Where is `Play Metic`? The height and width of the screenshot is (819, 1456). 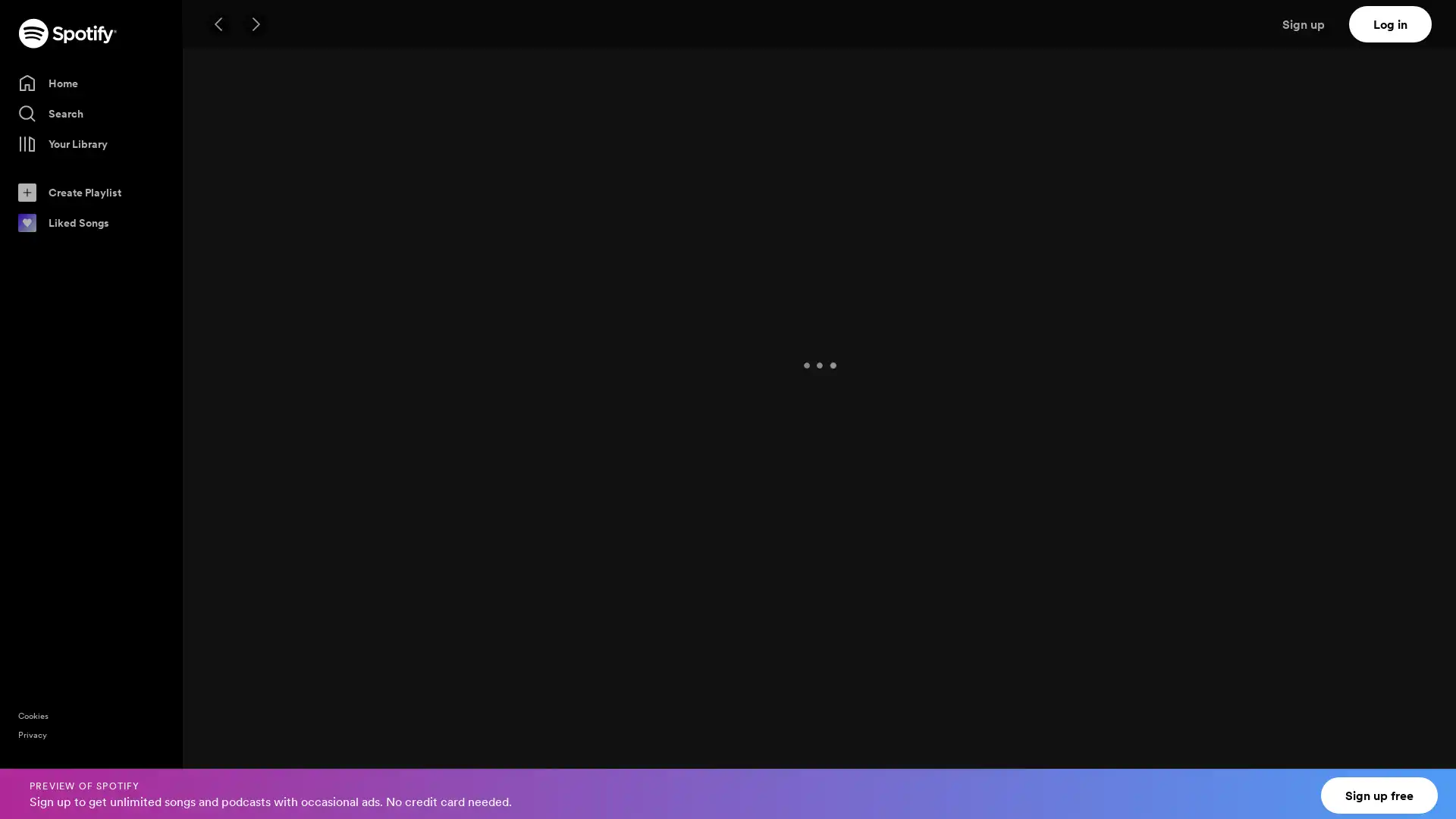 Play Metic is located at coordinates (461, 724).